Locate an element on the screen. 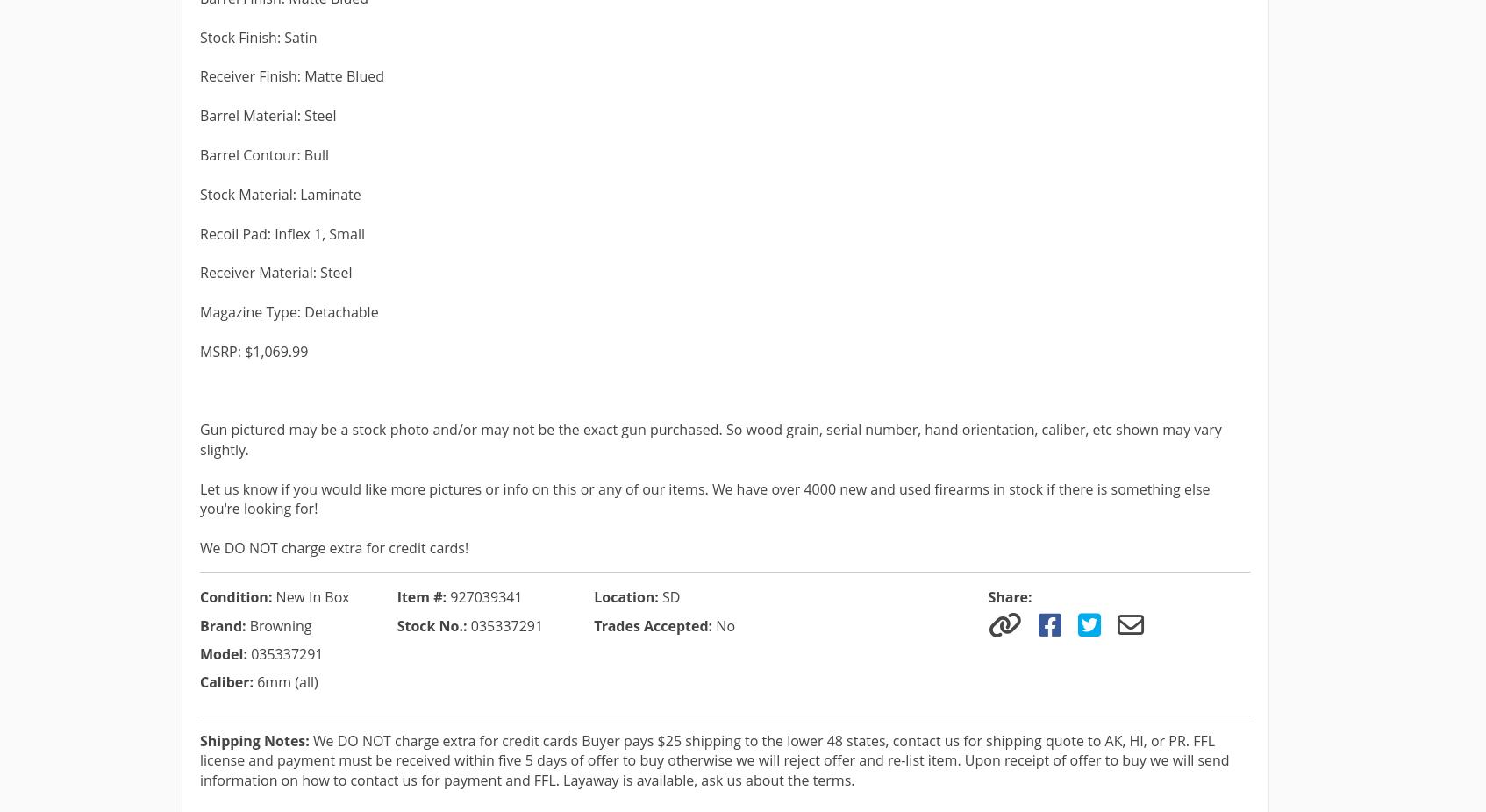 Image resolution: width=1486 pixels, height=812 pixels. 'Gun pictured may be a stock photo and/or may not be the exact gun purchased. So wood grain, serial number, hand orientation, caliber, etc shown may vary slightly.' is located at coordinates (711, 438).